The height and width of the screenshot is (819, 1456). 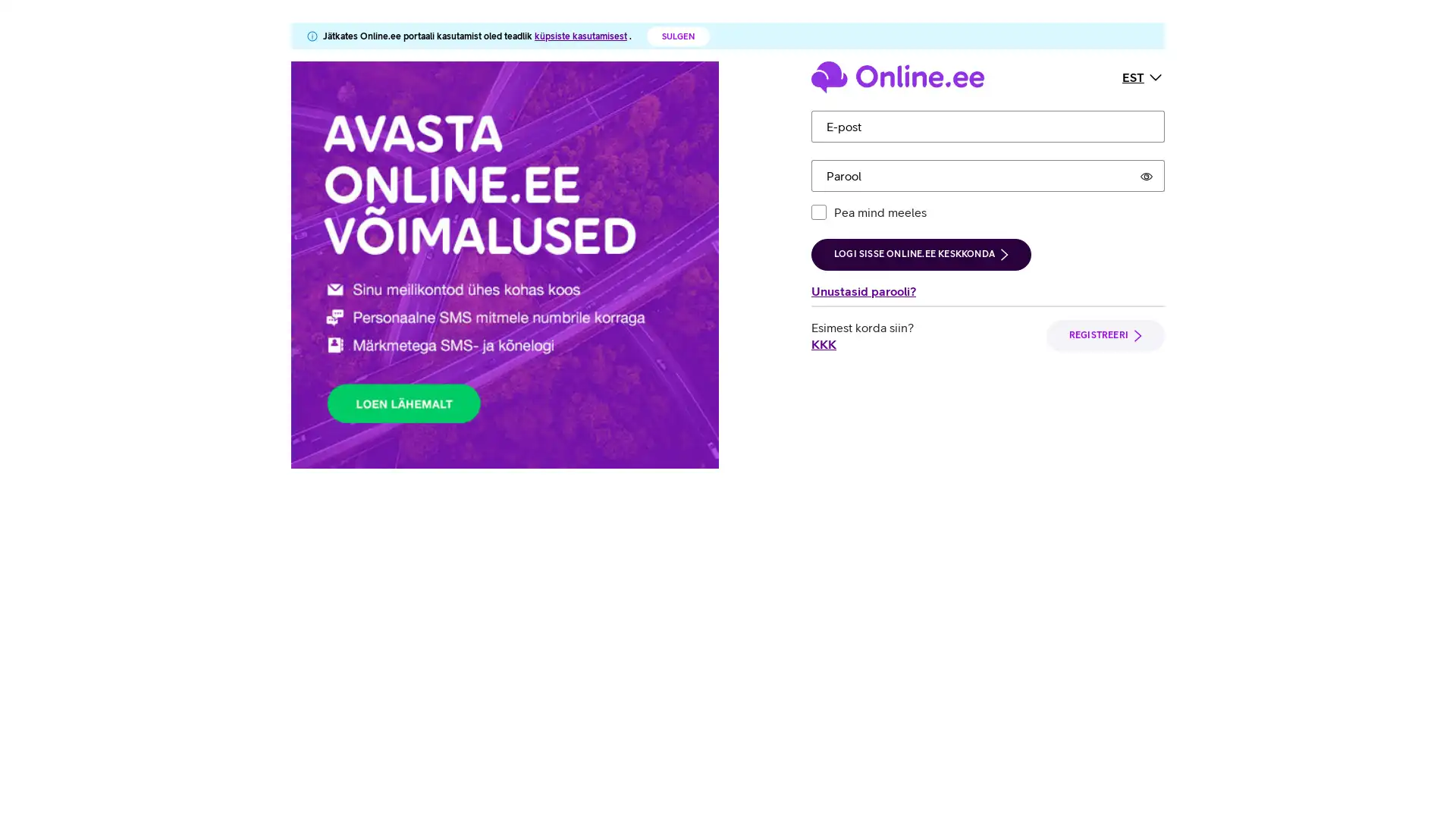 What do you see at coordinates (1147, 174) in the screenshot?
I see `Naitan parooli` at bounding box center [1147, 174].